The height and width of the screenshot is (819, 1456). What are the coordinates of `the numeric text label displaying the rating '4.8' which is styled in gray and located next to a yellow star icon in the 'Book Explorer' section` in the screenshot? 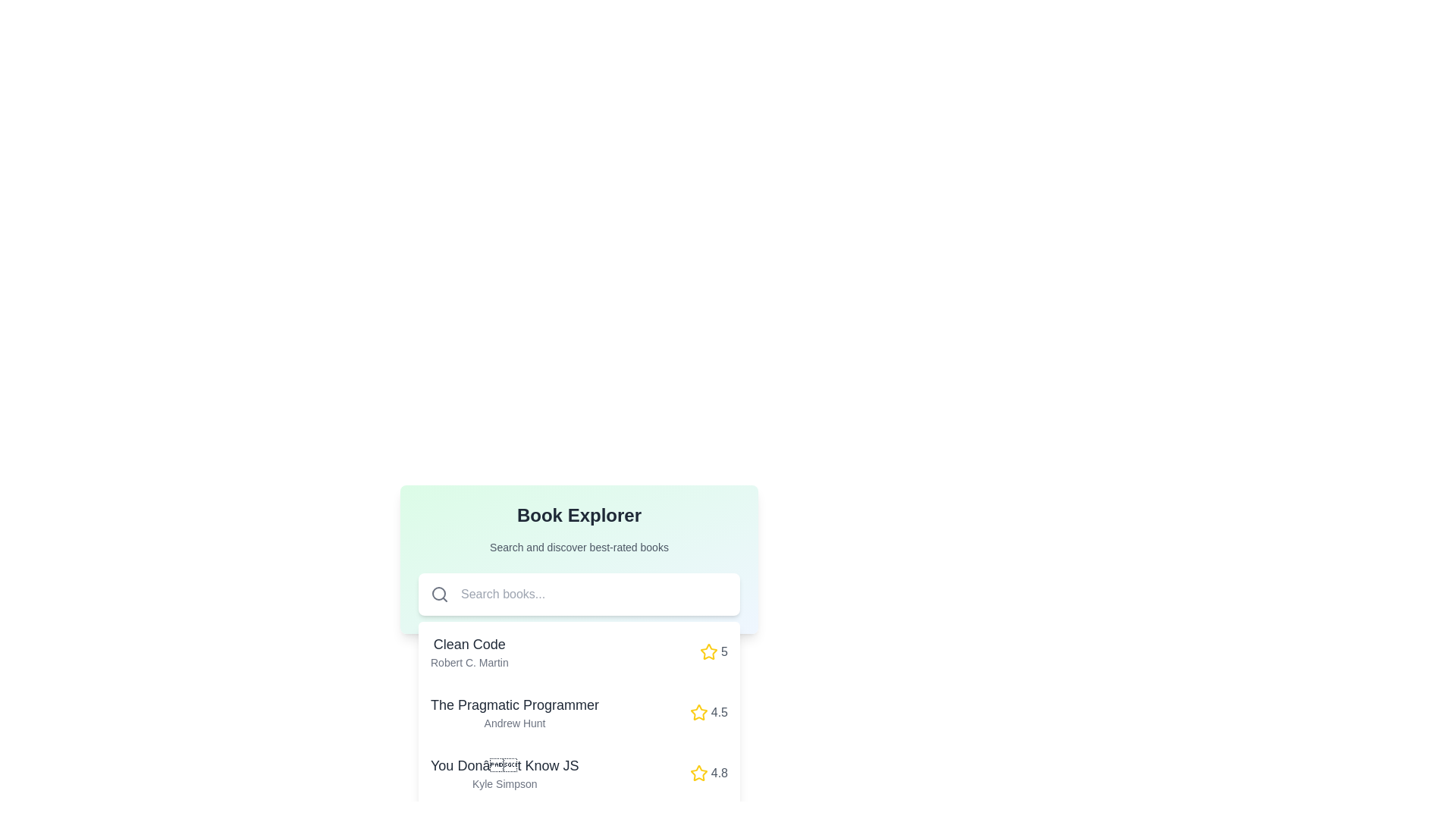 It's located at (718, 773).